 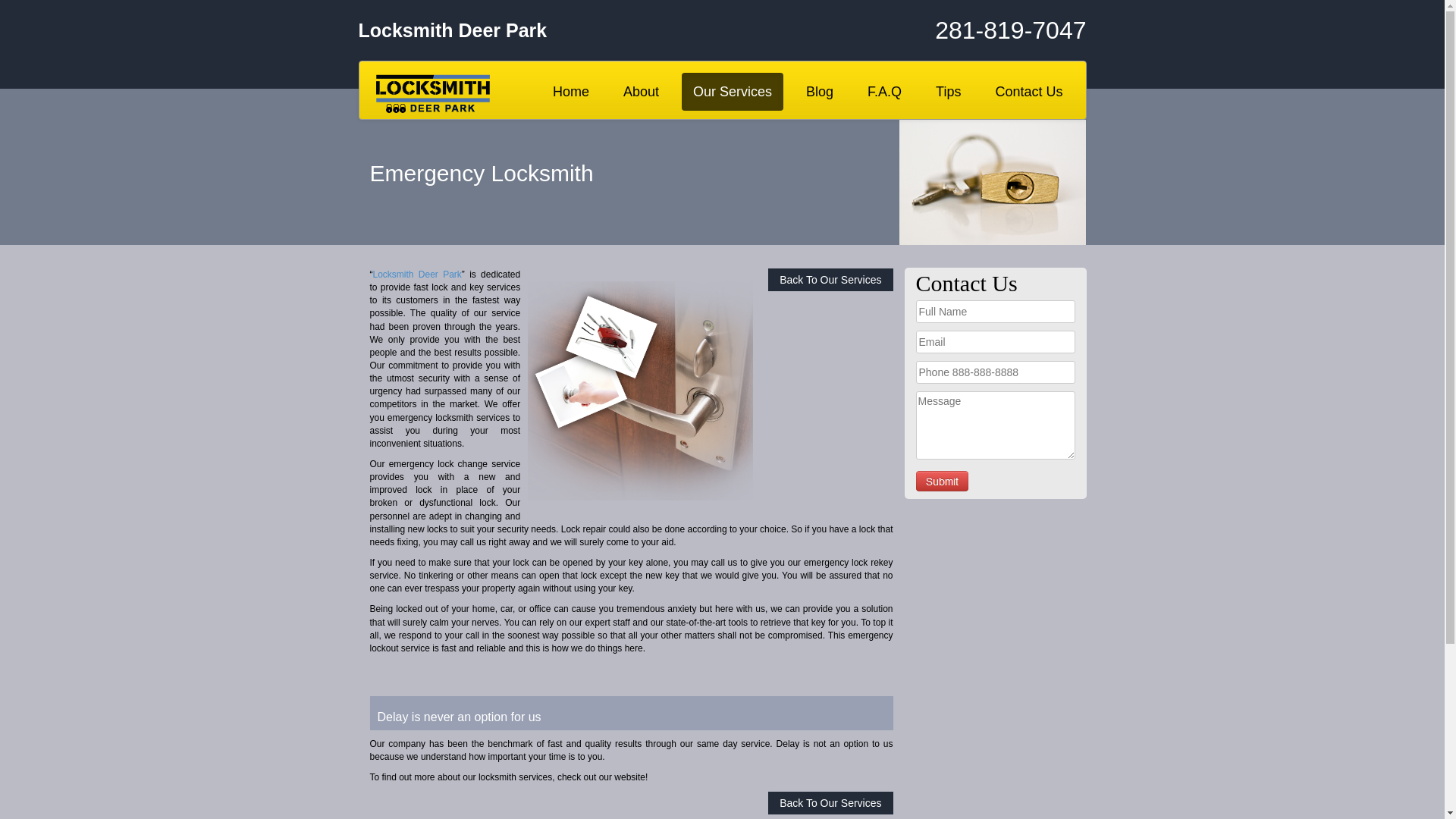 I want to click on 'Back To Our Services', so click(x=829, y=802).